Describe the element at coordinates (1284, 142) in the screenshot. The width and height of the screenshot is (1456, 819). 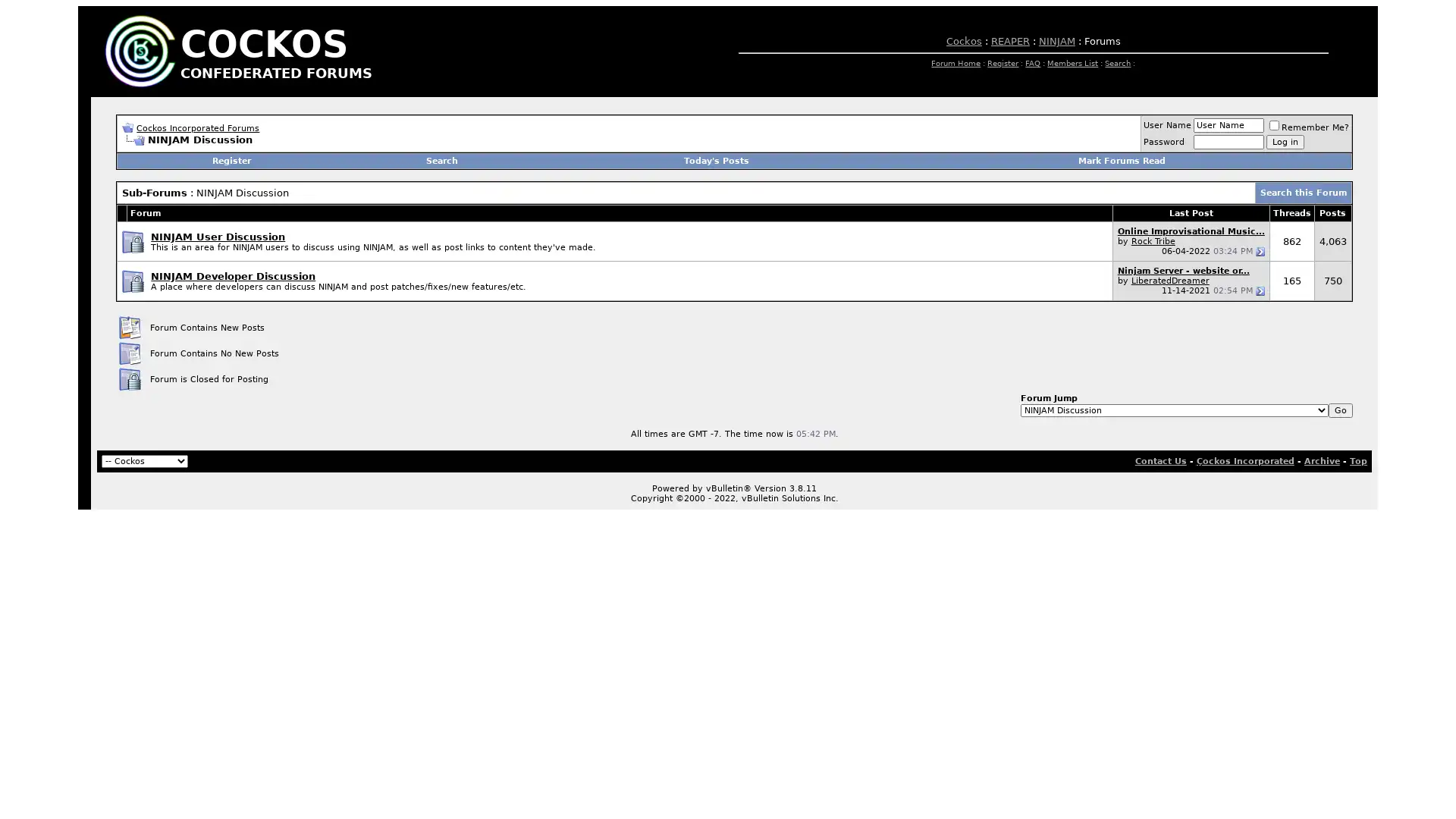
I see `Log in` at that location.